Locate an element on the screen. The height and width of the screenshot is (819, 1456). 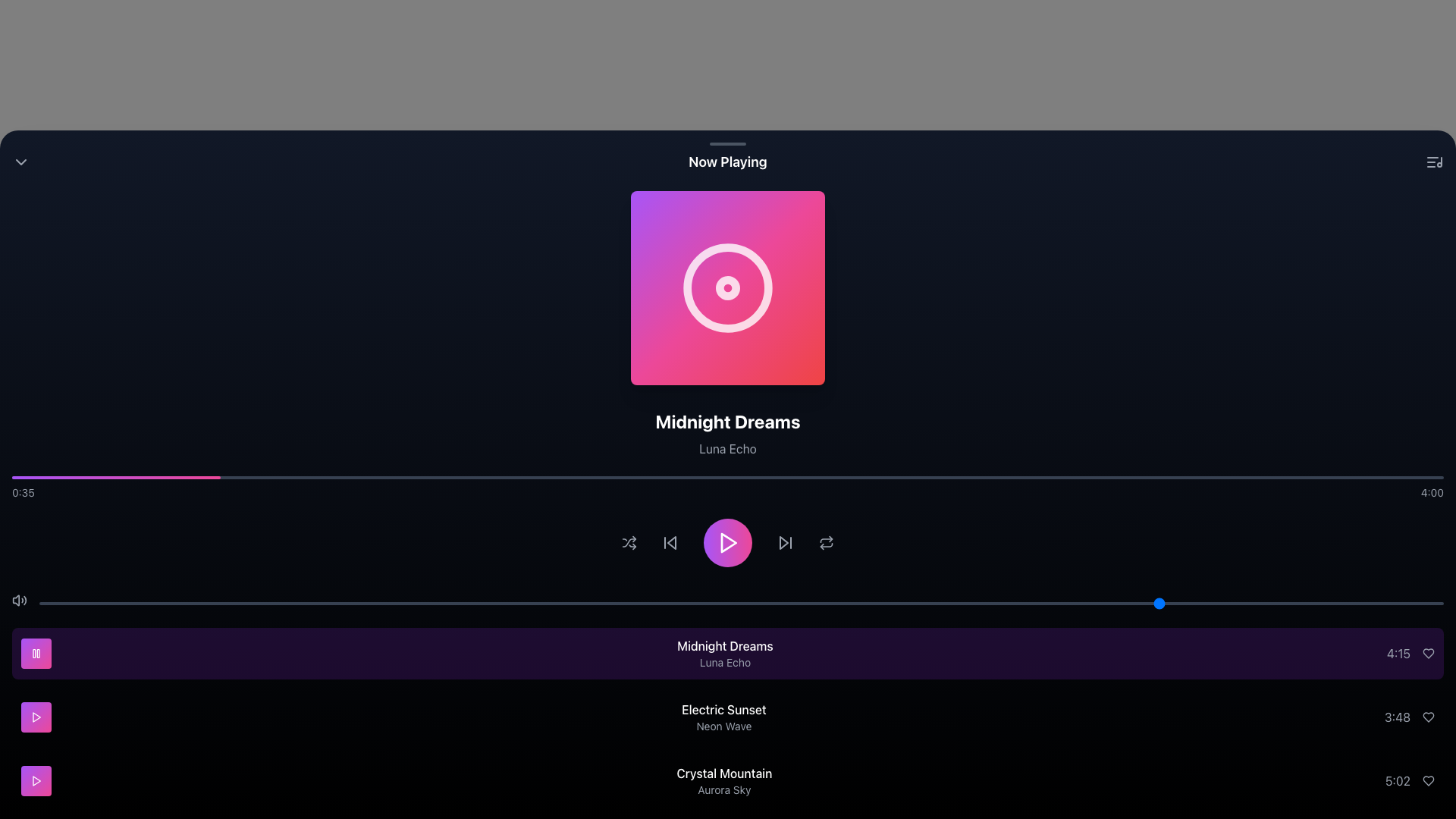
the progress of the media is located at coordinates (1228, 476).